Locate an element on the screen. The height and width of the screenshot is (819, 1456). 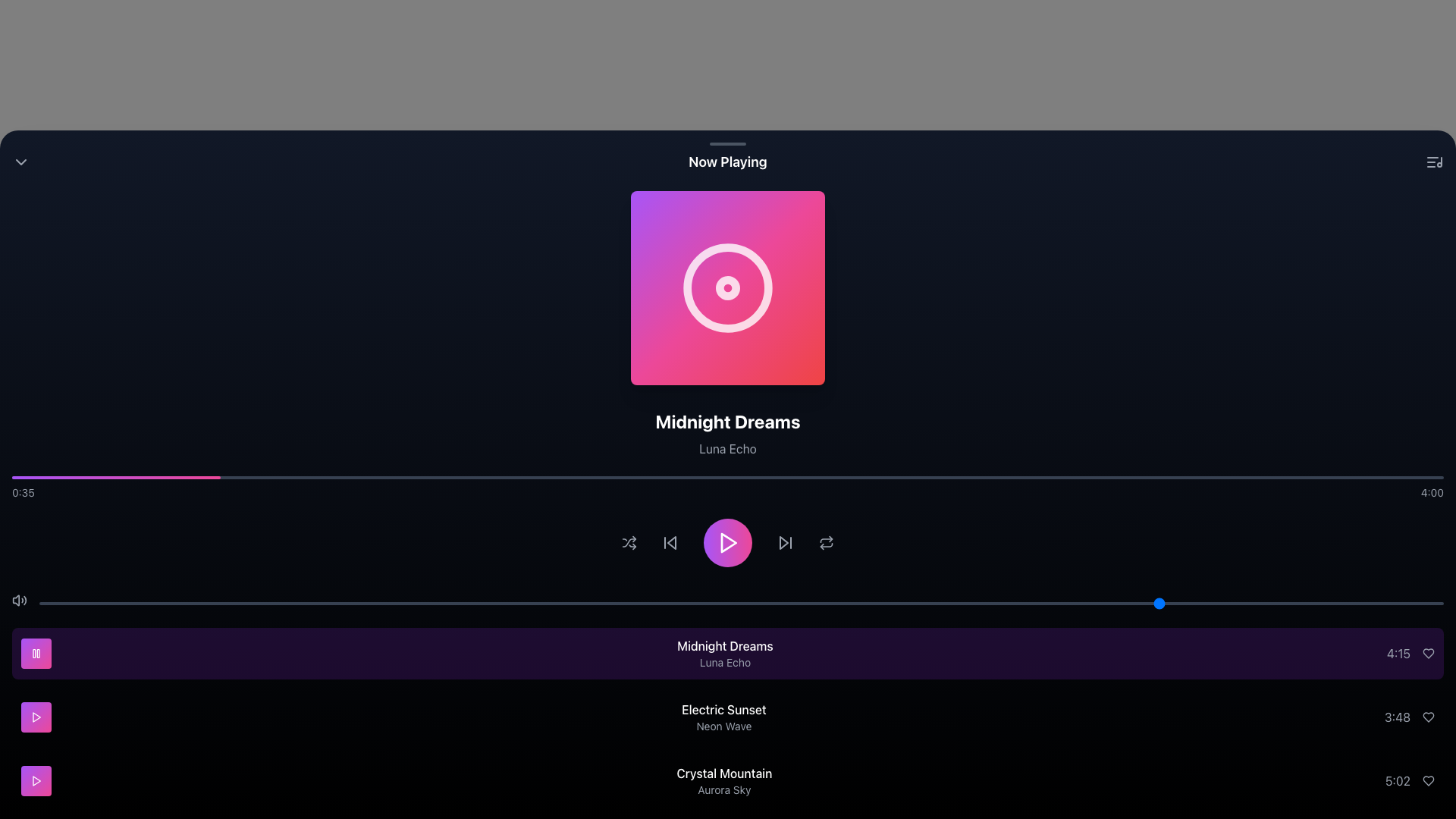
the progress of the media is located at coordinates (1228, 476).